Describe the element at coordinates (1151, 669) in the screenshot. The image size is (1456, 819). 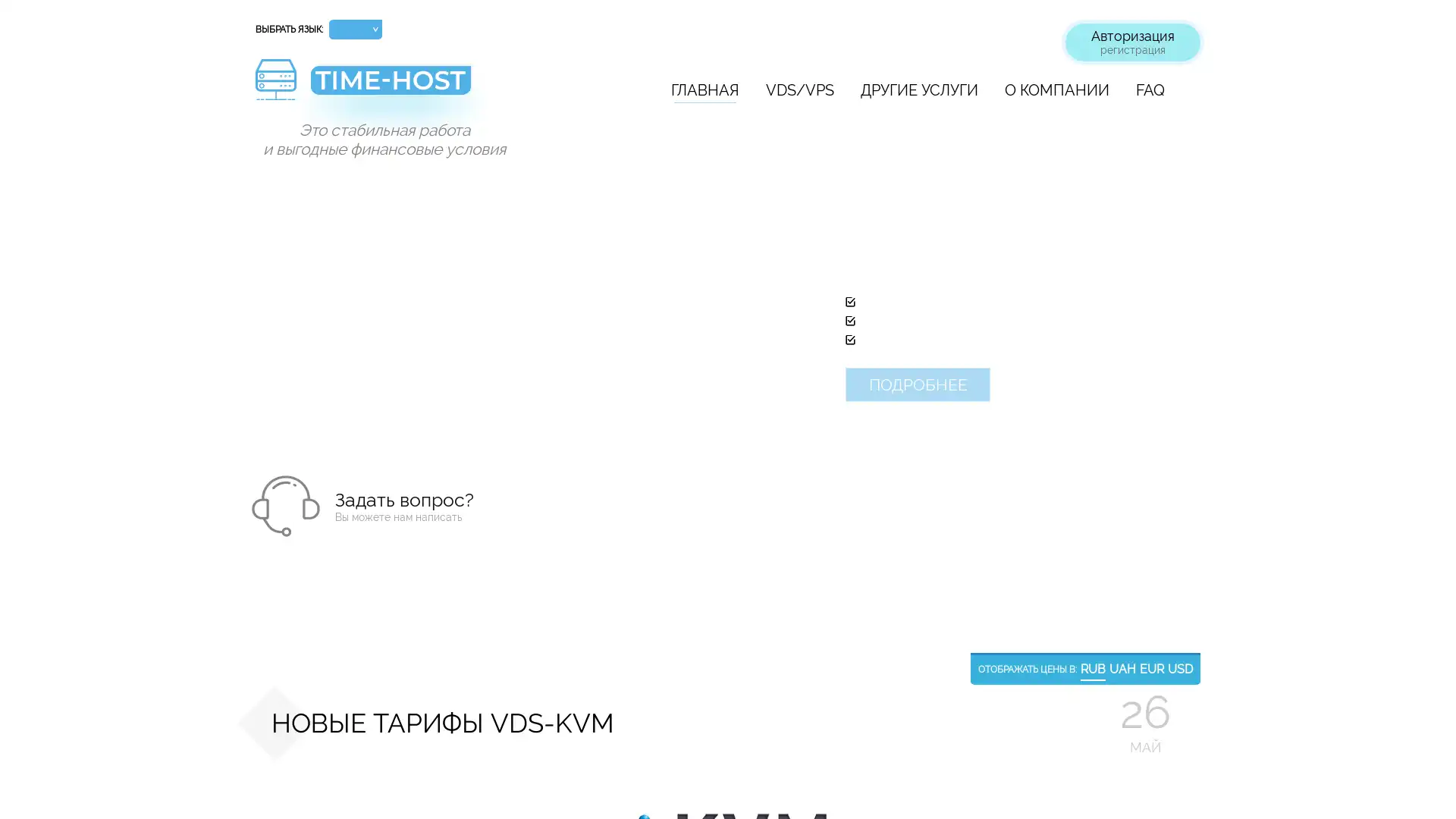
I see `EUR` at that location.